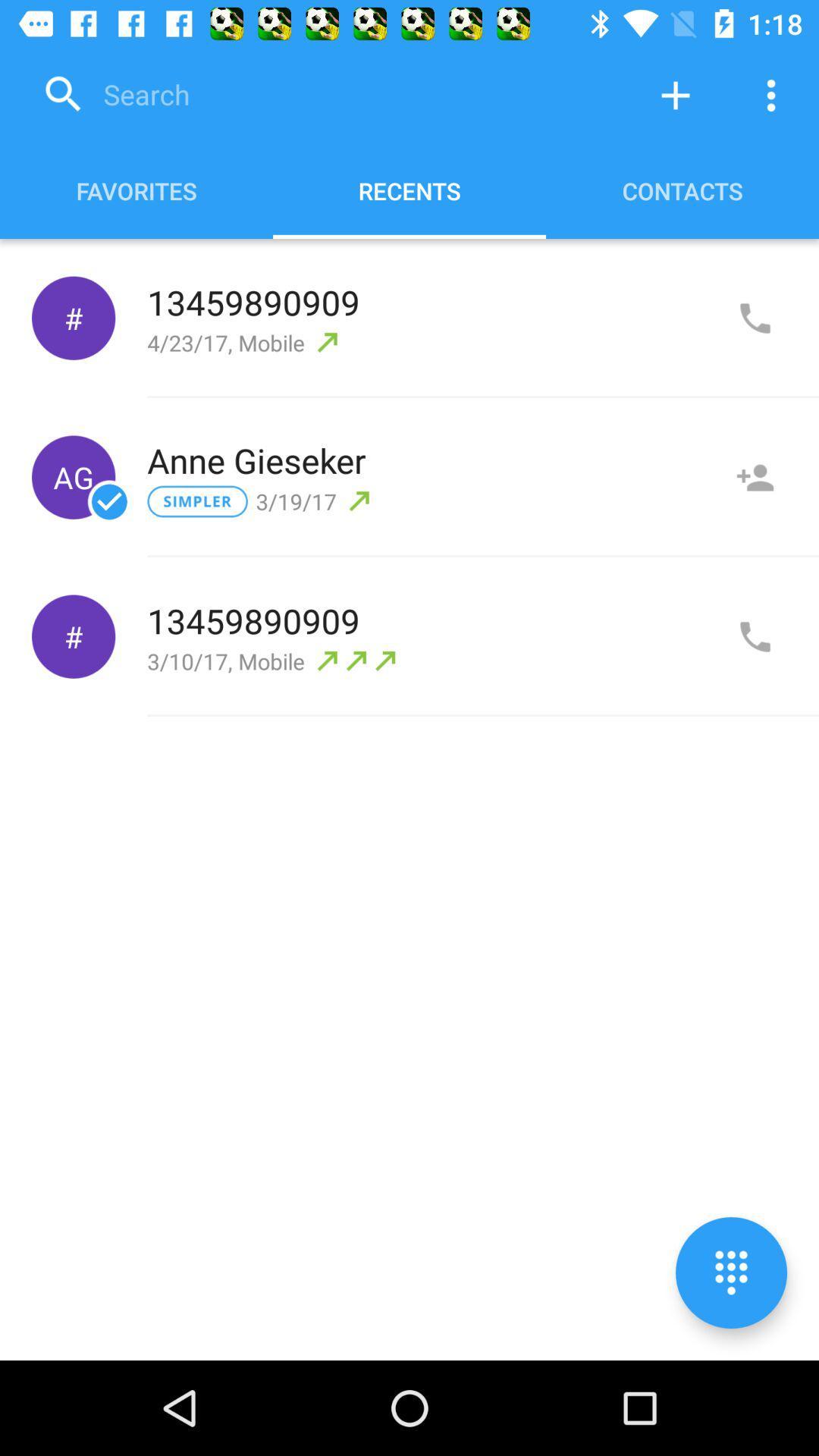  Describe the element at coordinates (730, 1272) in the screenshot. I see `switch to numeric keypad` at that location.